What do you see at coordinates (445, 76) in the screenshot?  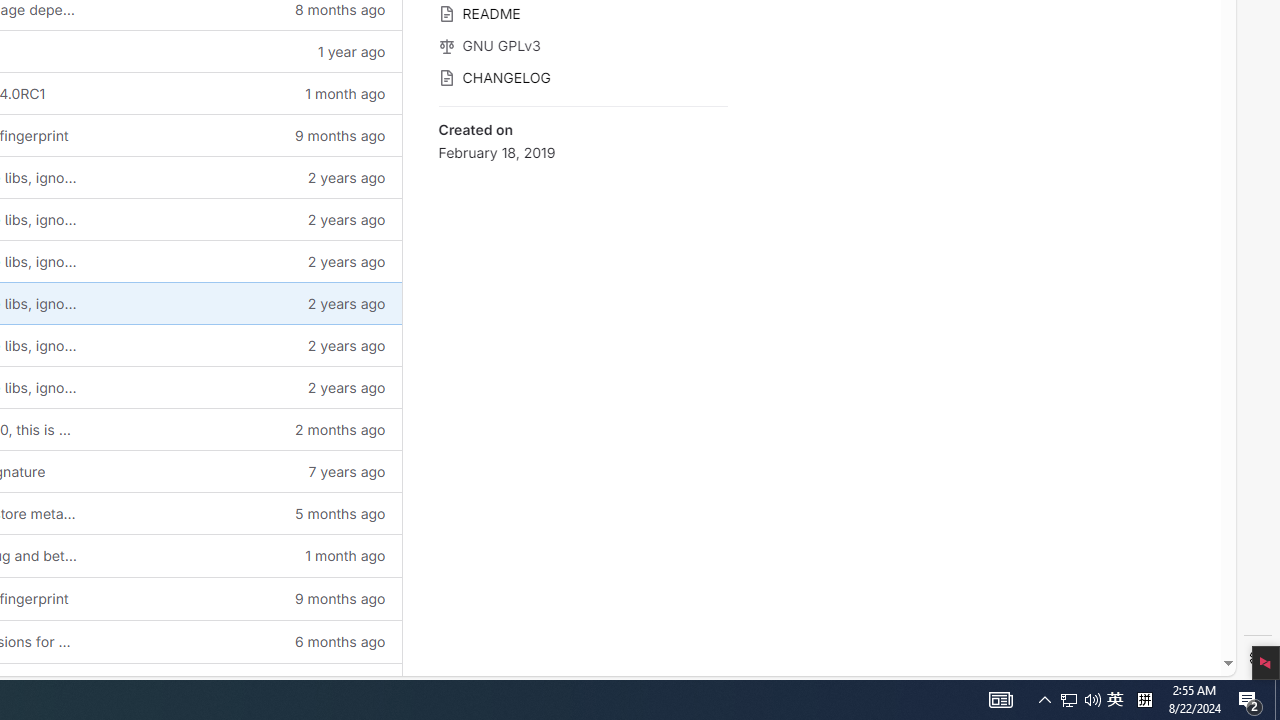 I see `'Class: s16 icon gl-mr-3 gl-text-gray-500'` at bounding box center [445, 76].